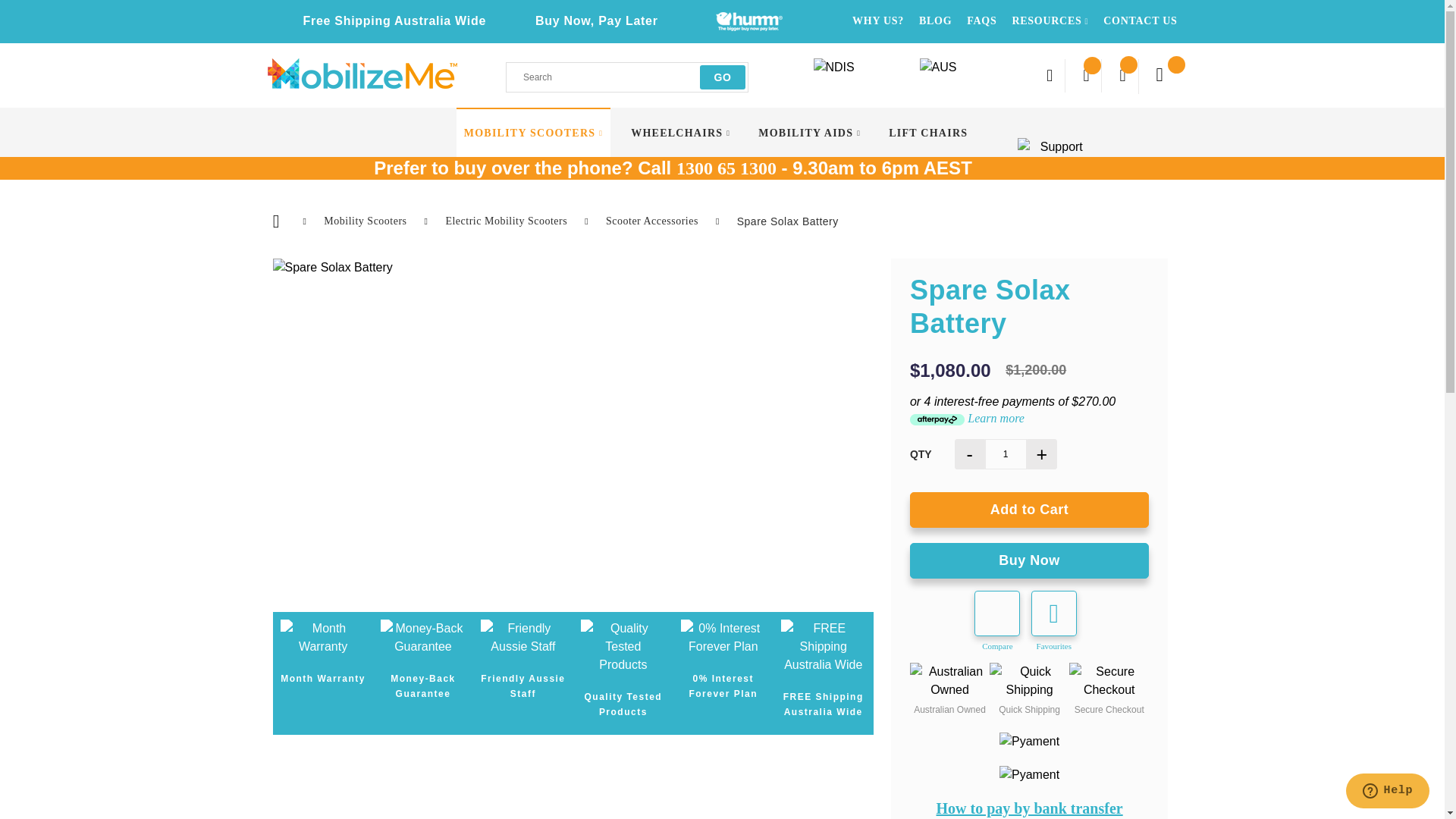 The height and width of the screenshot is (819, 1456). Describe the element at coordinates (322, 637) in the screenshot. I see `'Month Warranty'` at that location.